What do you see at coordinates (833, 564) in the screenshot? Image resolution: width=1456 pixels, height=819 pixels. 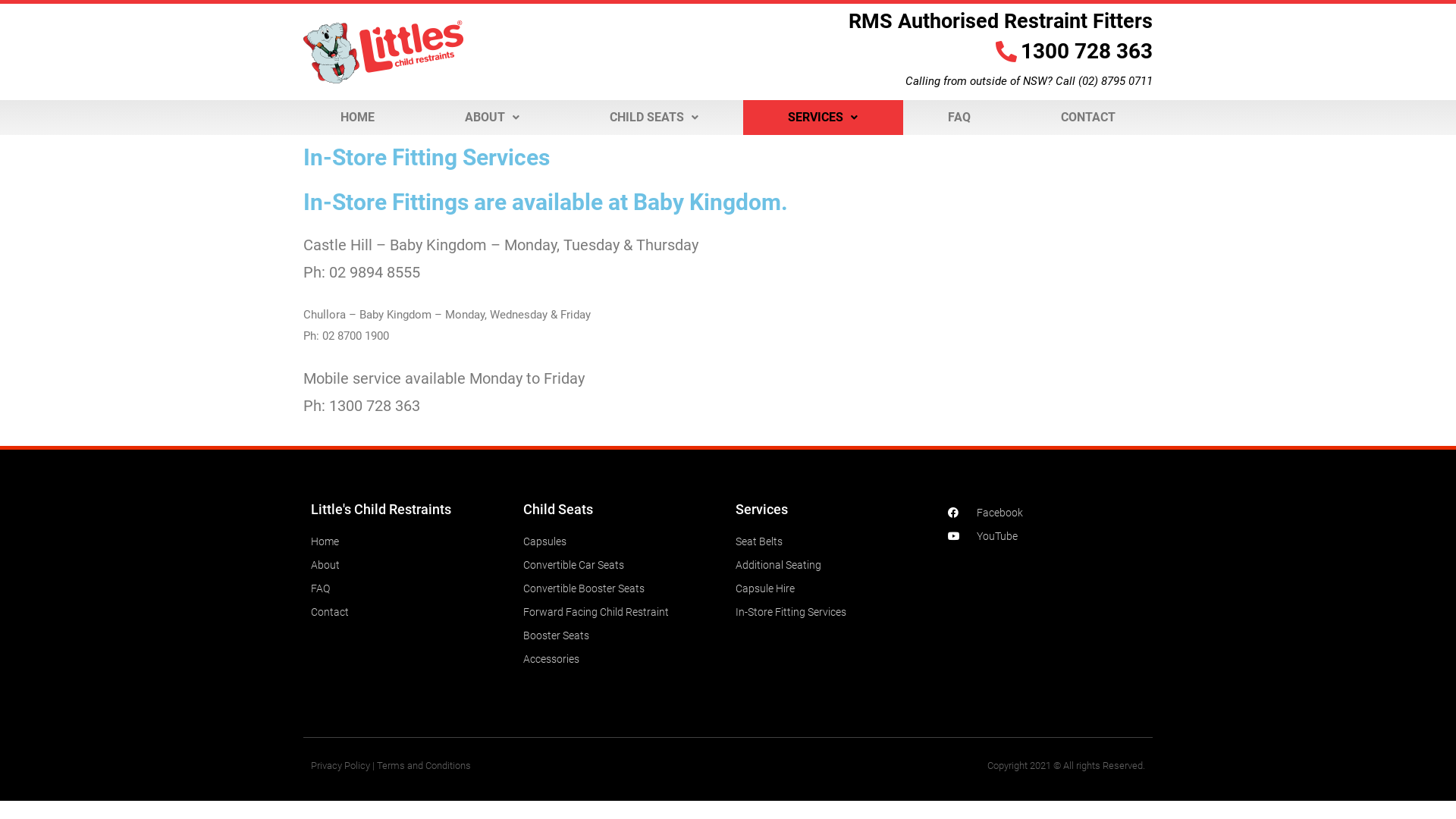 I see `'Additional Seating'` at bounding box center [833, 564].